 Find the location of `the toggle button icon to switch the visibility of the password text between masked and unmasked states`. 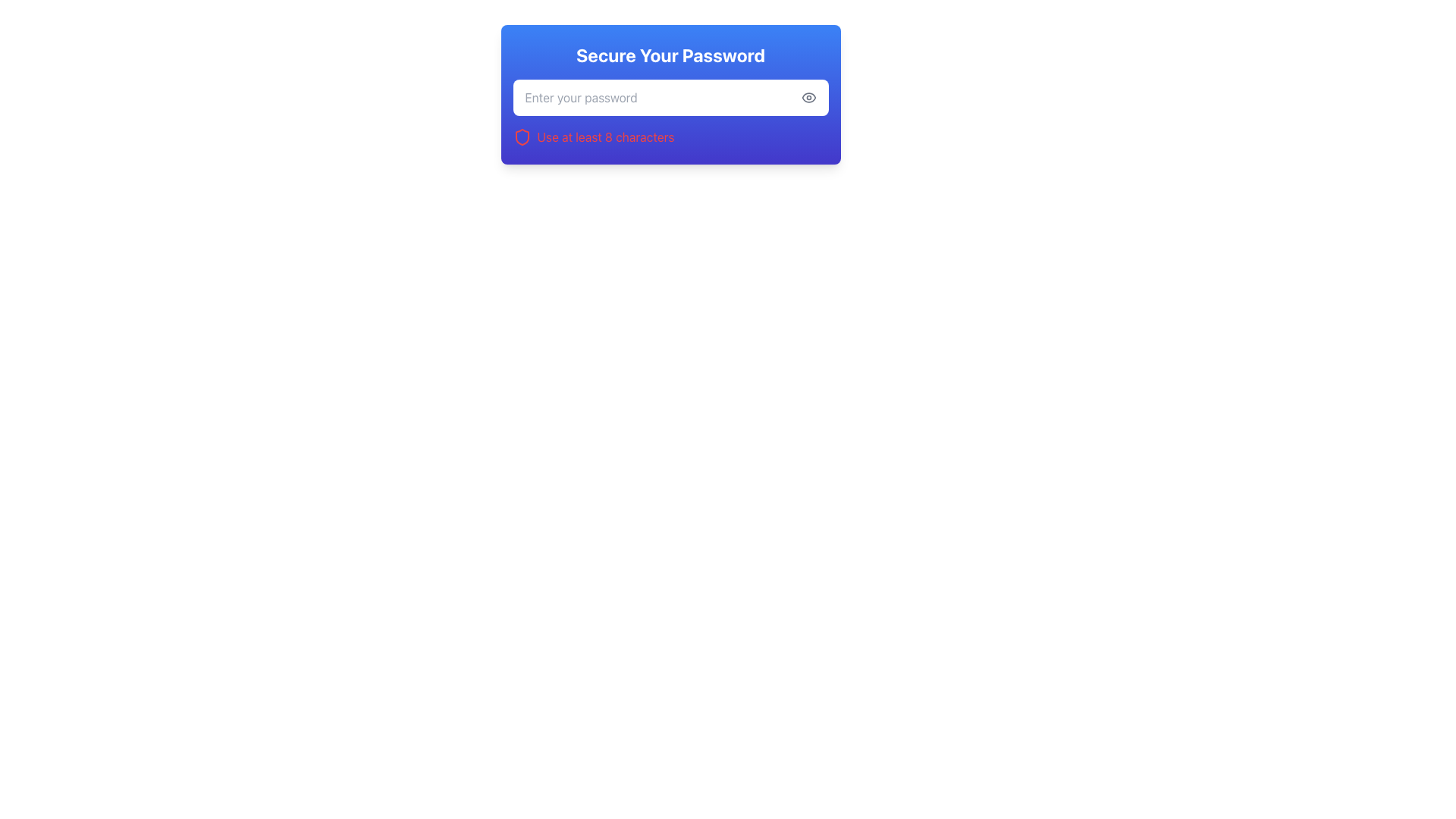

the toggle button icon to switch the visibility of the password text between masked and unmasked states is located at coordinates (808, 97).